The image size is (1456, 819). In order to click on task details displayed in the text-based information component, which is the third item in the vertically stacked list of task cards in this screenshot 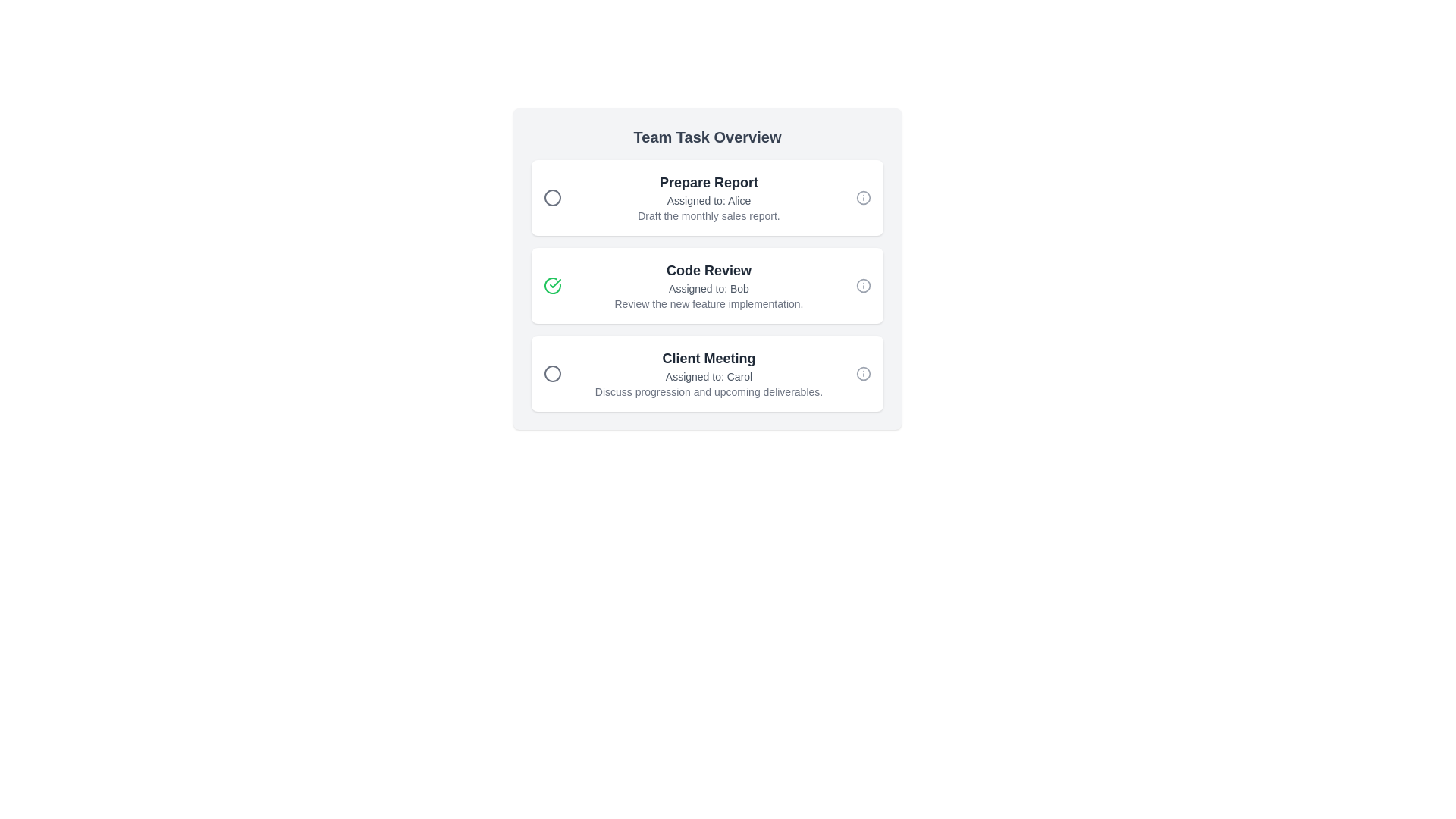, I will do `click(708, 374)`.